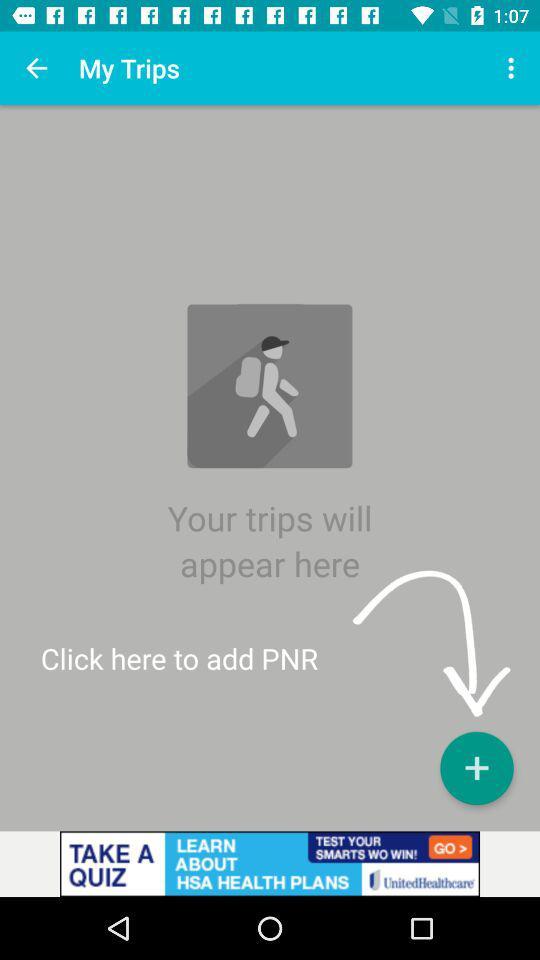 The width and height of the screenshot is (540, 960). I want to click on the add icon, so click(475, 767).